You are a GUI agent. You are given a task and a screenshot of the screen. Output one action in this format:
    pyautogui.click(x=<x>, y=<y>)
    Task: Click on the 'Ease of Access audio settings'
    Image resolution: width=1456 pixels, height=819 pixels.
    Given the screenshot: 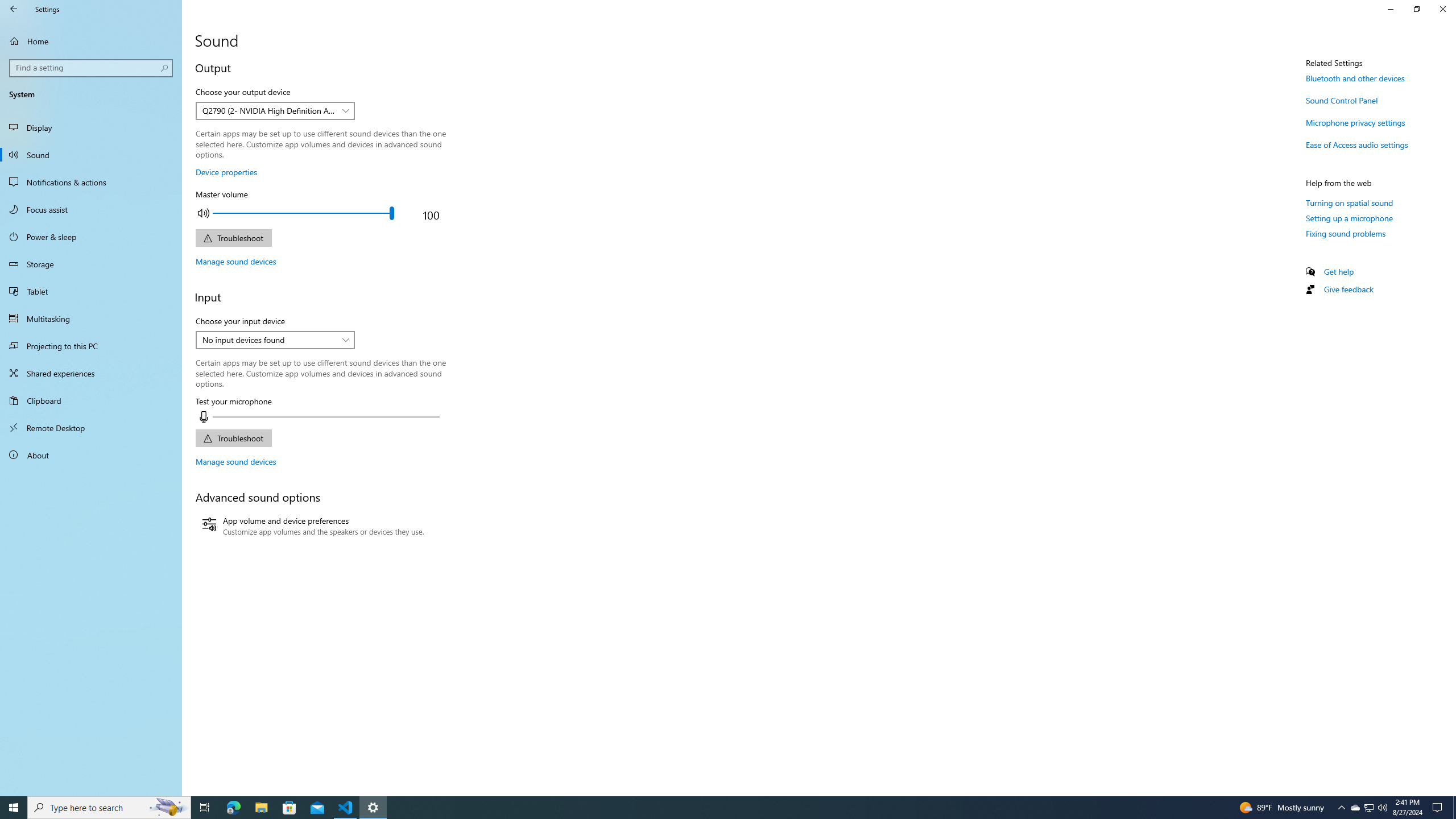 What is the action you would take?
    pyautogui.click(x=1356, y=144)
    